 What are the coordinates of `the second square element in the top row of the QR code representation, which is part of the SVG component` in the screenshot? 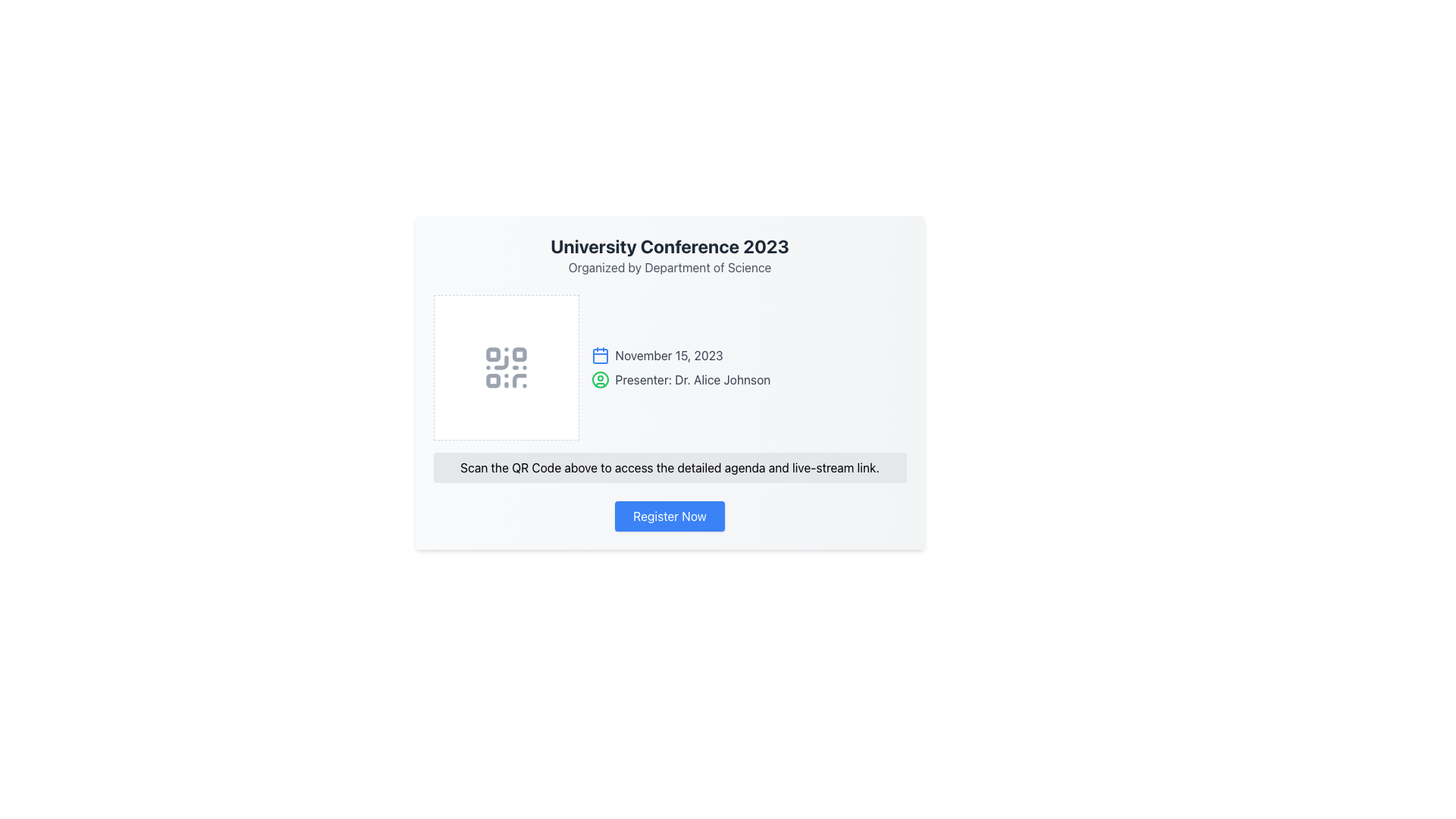 It's located at (519, 354).